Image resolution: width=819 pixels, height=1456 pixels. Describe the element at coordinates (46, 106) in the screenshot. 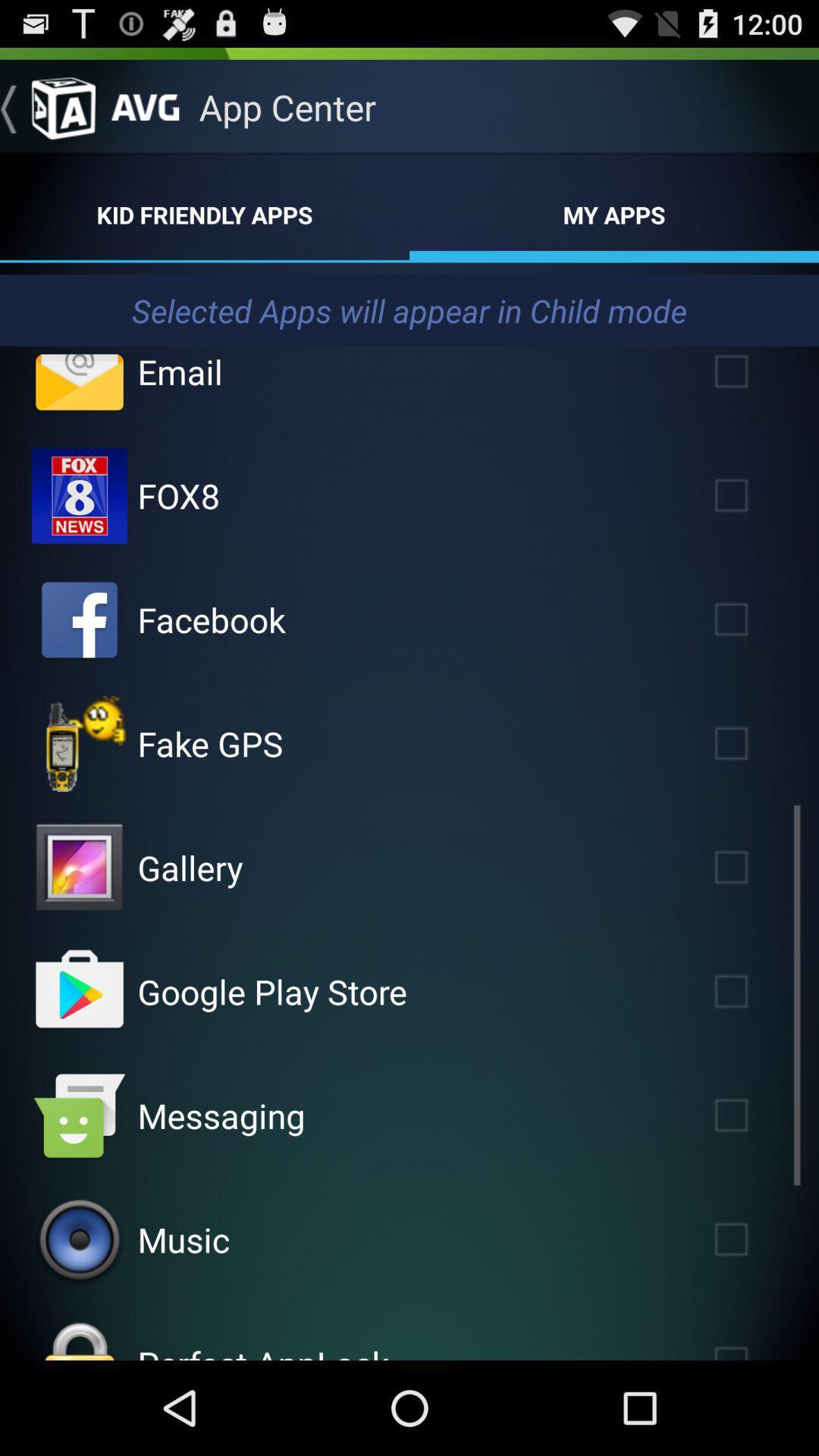

I see `the item above the kid friendly apps item` at that location.